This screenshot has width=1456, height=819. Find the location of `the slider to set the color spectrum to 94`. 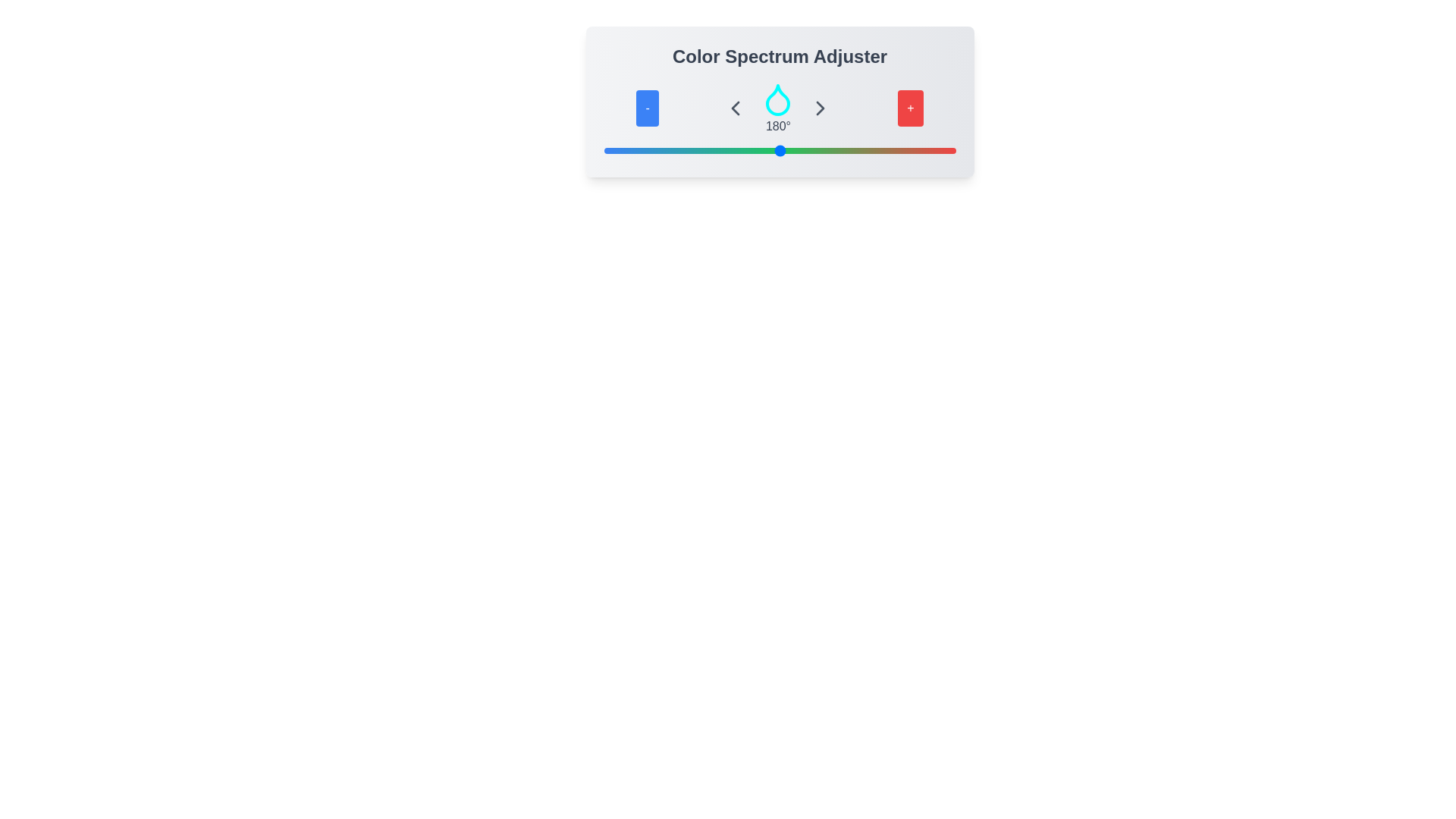

the slider to set the color spectrum to 94 is located at coordinates (695, 151).